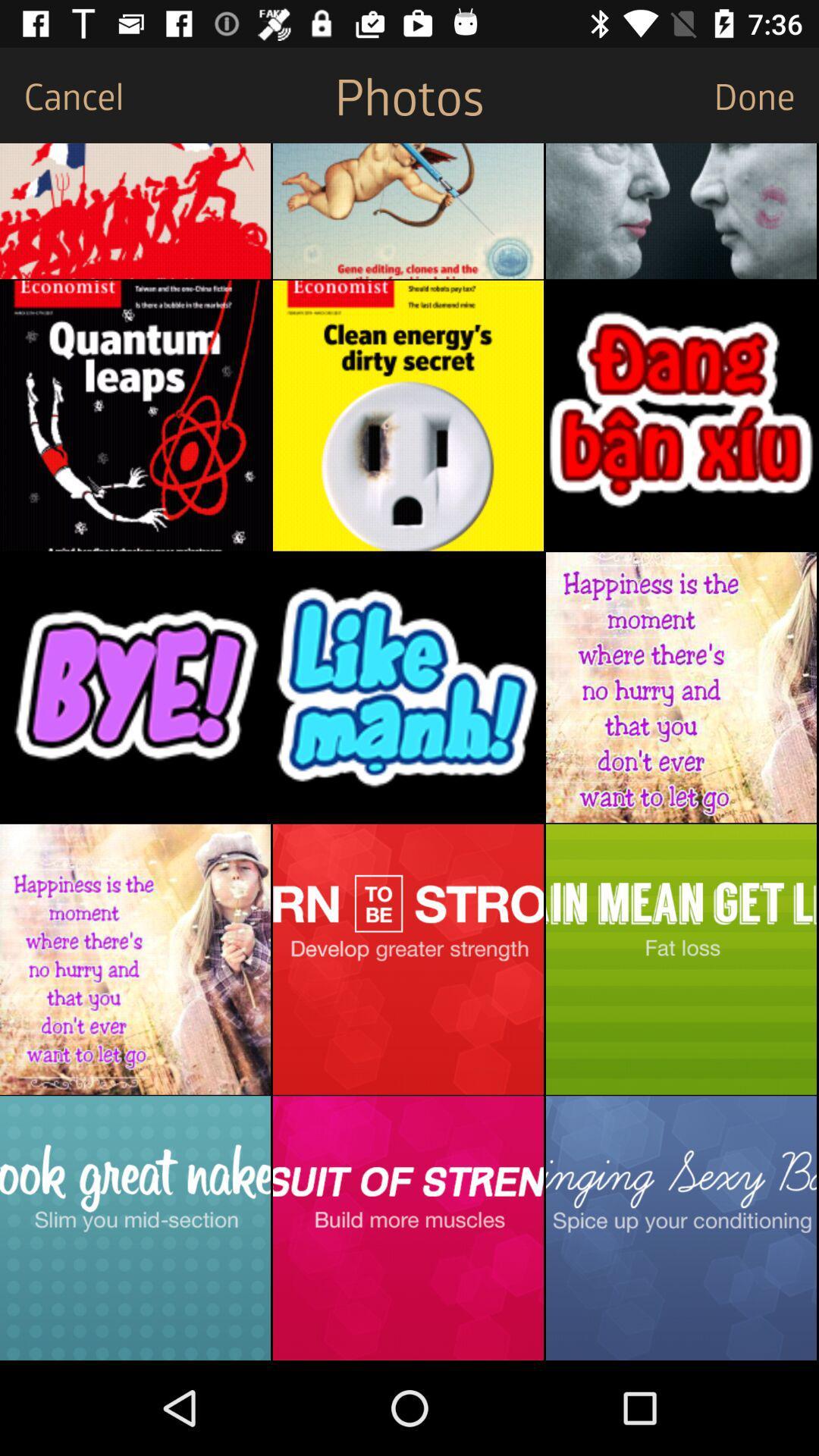 The height and width of the screenshot is (1456, 819). Describe the element at coordinates (407, 210) in the screenshot. I see `choose photo` at that location.